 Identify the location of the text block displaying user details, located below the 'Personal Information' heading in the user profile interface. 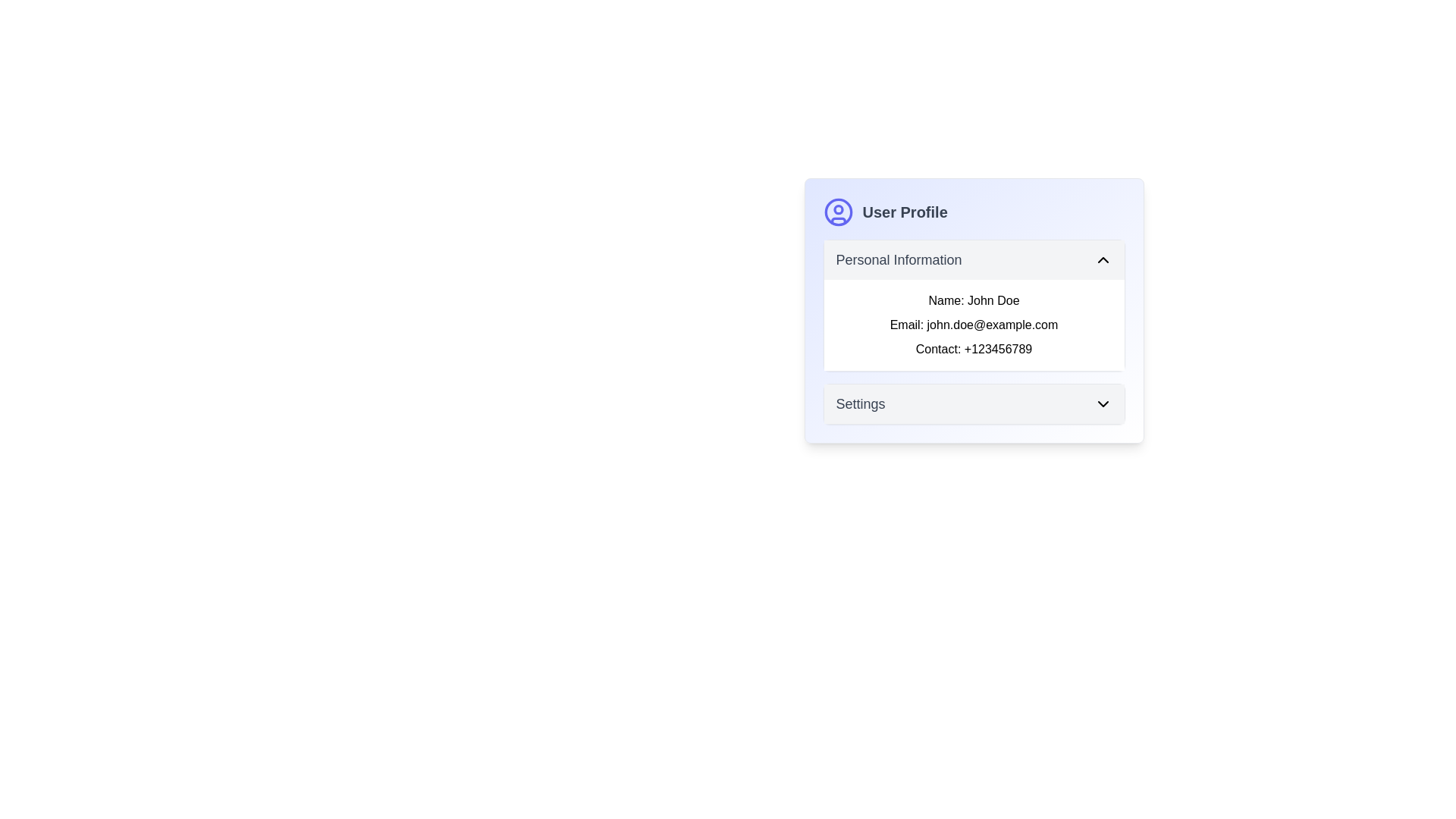
(974, 324).